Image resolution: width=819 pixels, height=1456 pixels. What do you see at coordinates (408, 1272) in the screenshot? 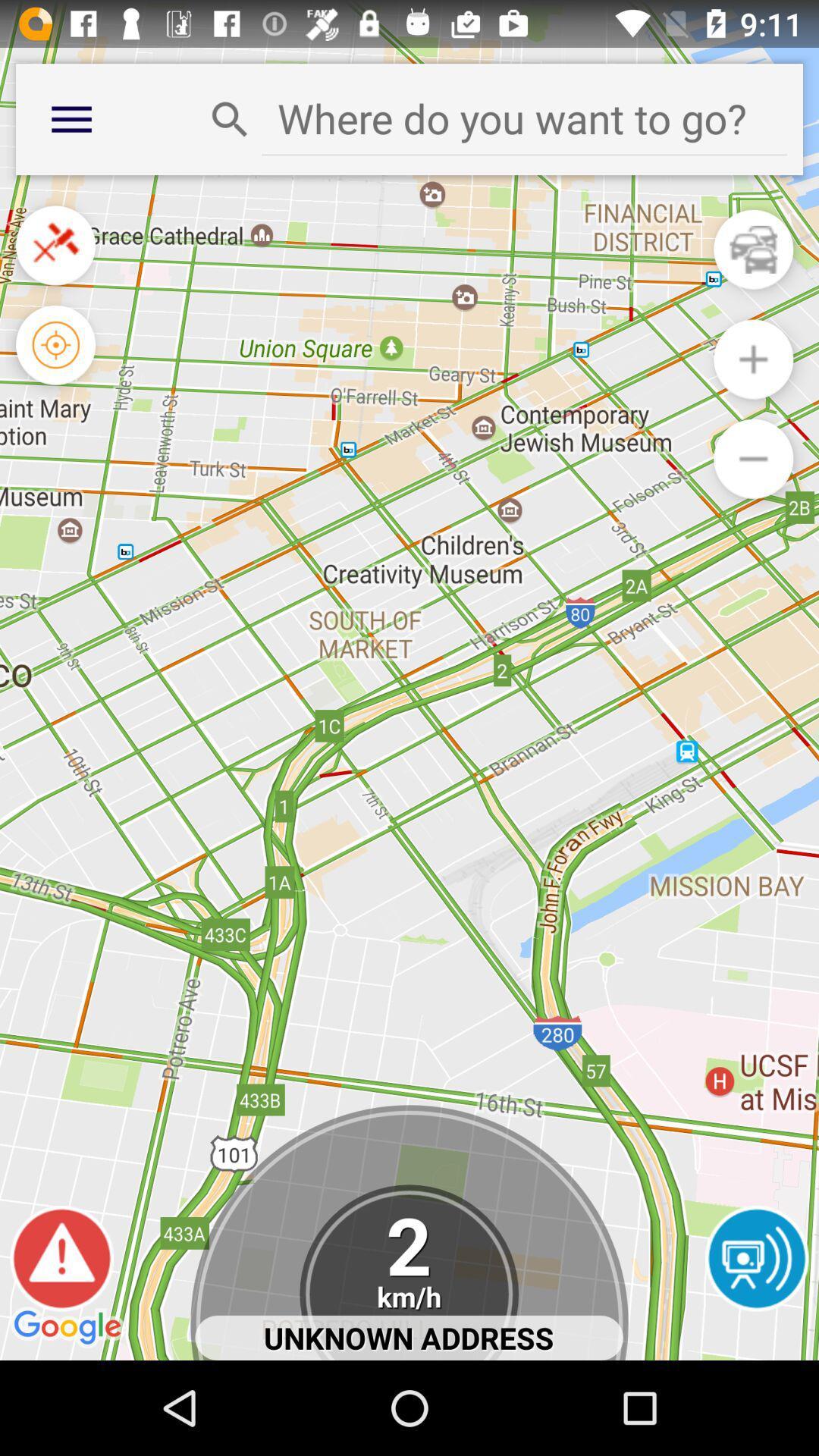
I see `changes from km to miles/h` at bounding box center [408, 1272].